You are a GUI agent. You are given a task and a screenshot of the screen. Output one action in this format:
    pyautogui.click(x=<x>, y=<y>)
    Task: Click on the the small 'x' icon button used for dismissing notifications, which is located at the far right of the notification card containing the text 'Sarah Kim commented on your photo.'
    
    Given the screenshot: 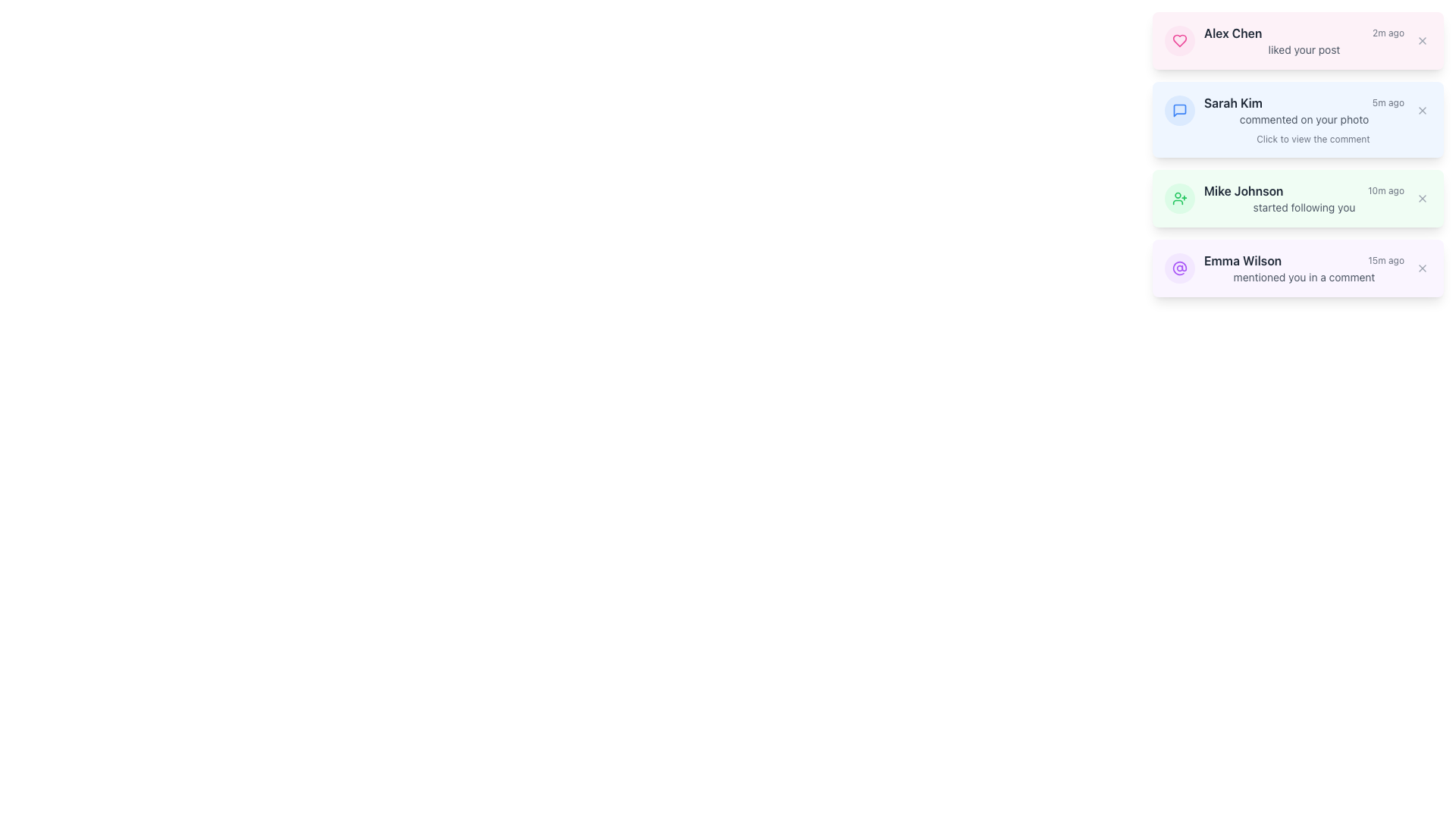 What is the action you would take?
    pyautogui.click(x=1422, y=110)
    